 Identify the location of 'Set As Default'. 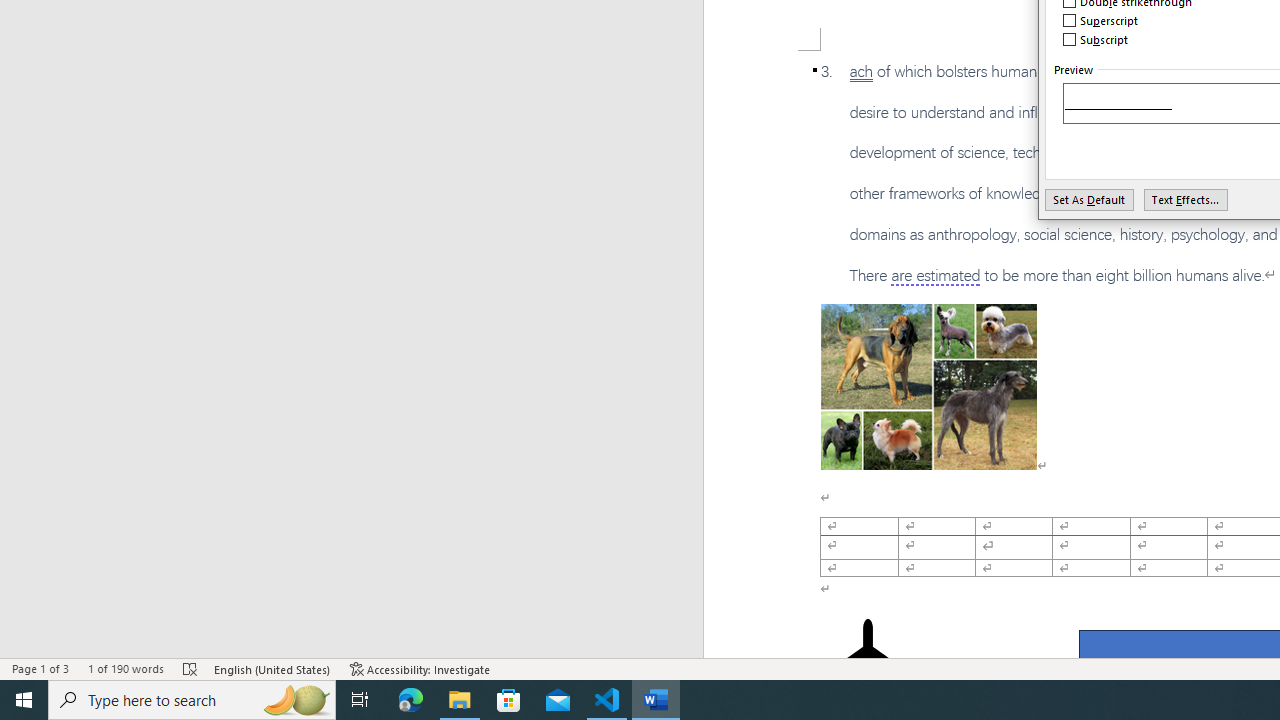
(1088, 199).